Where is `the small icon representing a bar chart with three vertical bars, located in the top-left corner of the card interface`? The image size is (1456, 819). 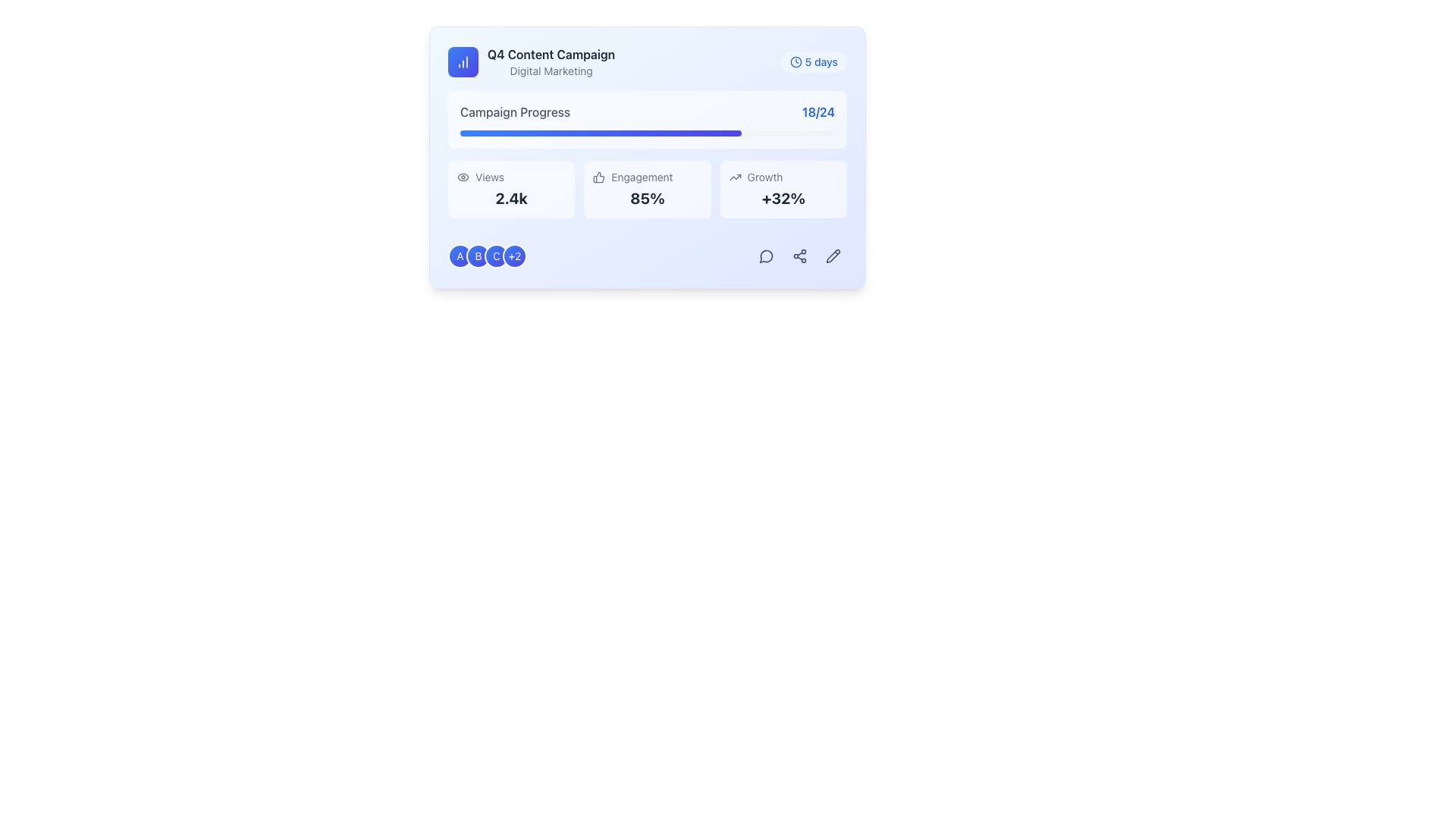 the small icon representing a bar chart with three vertical bars, located in the top-left corner of the card interface is located at coordinates (462, 61).